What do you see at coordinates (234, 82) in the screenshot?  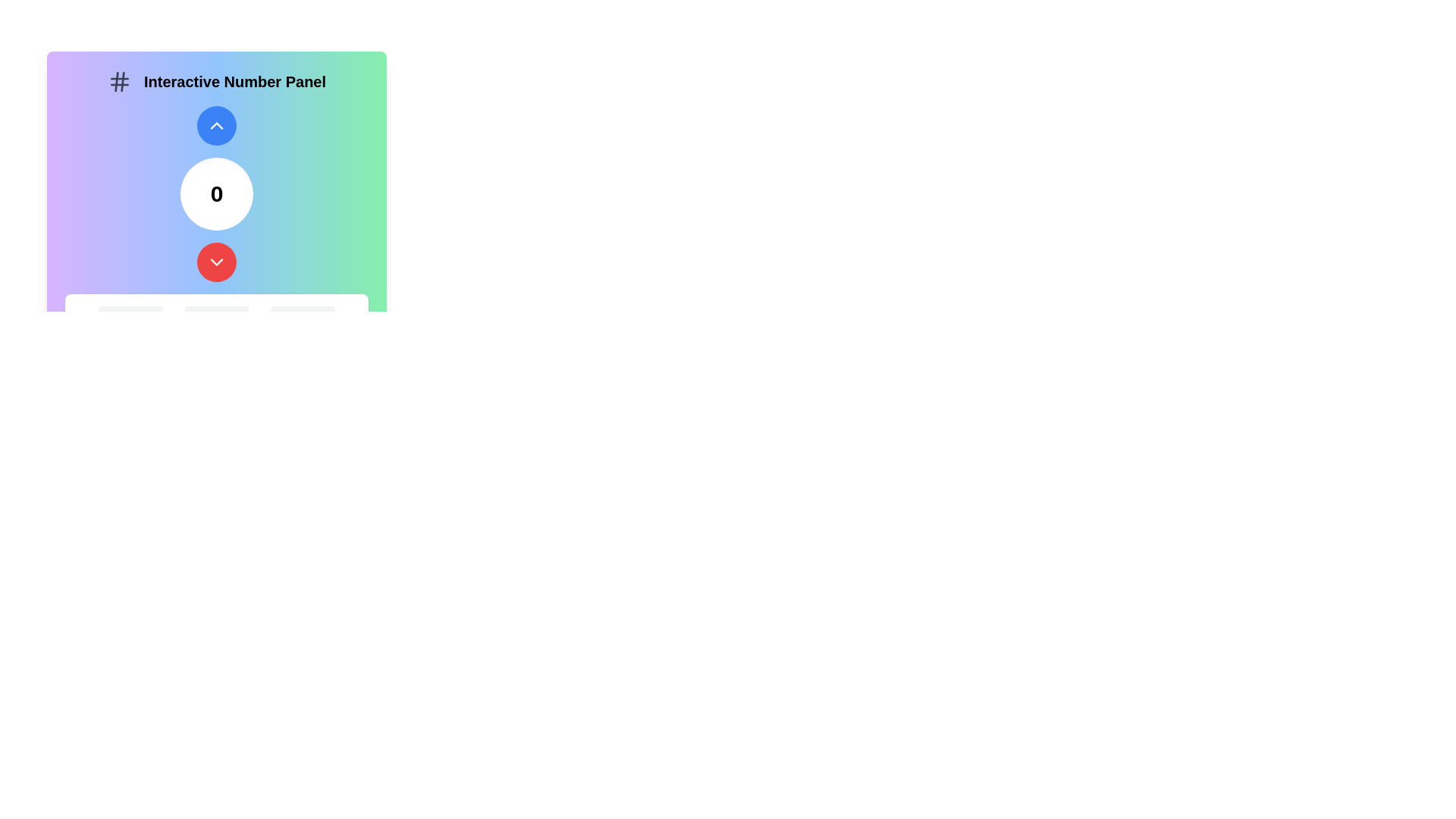 I see `the static text label that serves as the title or header for the interface, located near the top-left corner and adjacent to a hashtag icon` at bounding box center [234, 82].